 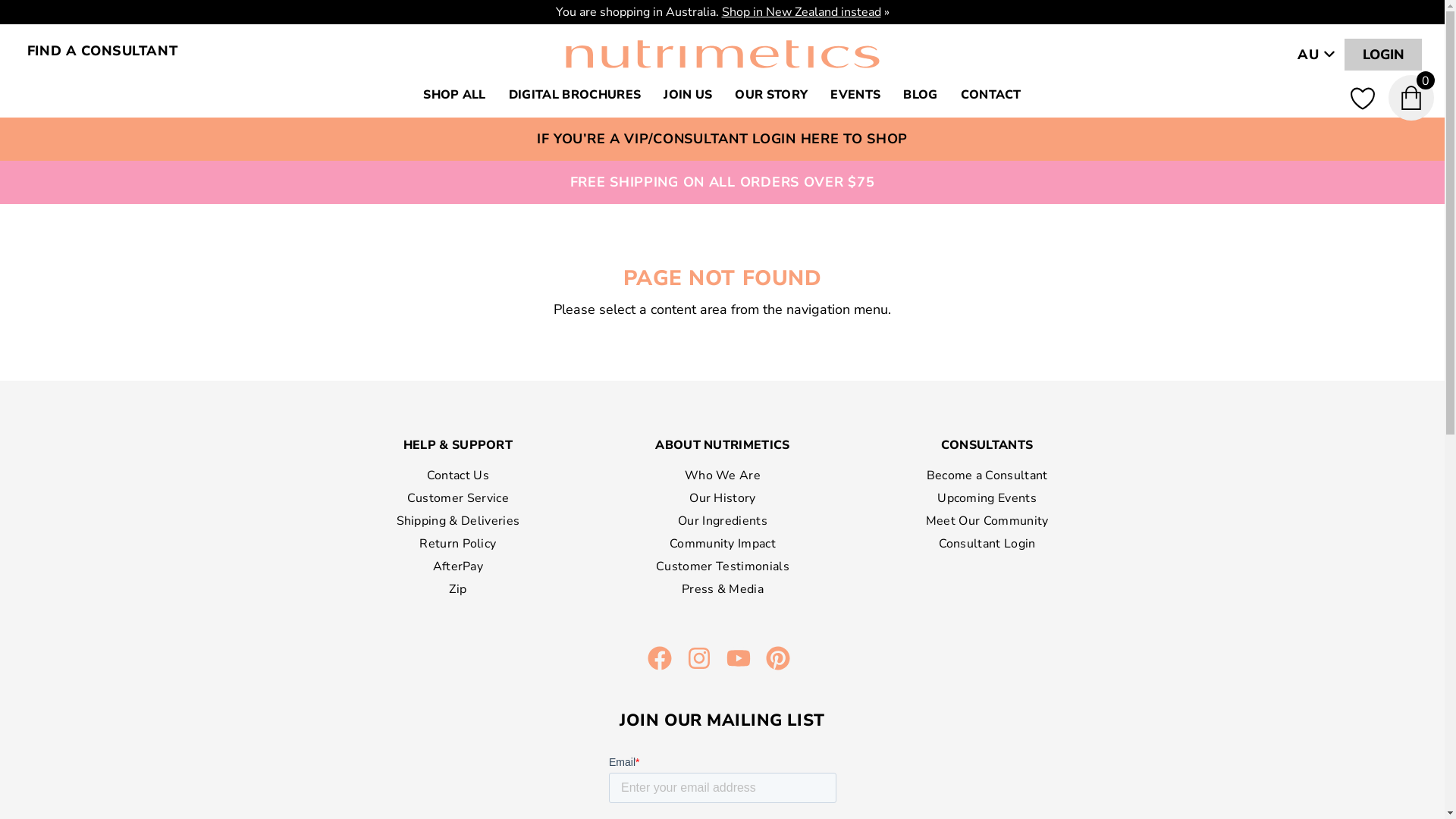 What do you see at coordinates (721, 475) in the screenshot?
I see `'Who We Are'` at bounding box center [721, 475].